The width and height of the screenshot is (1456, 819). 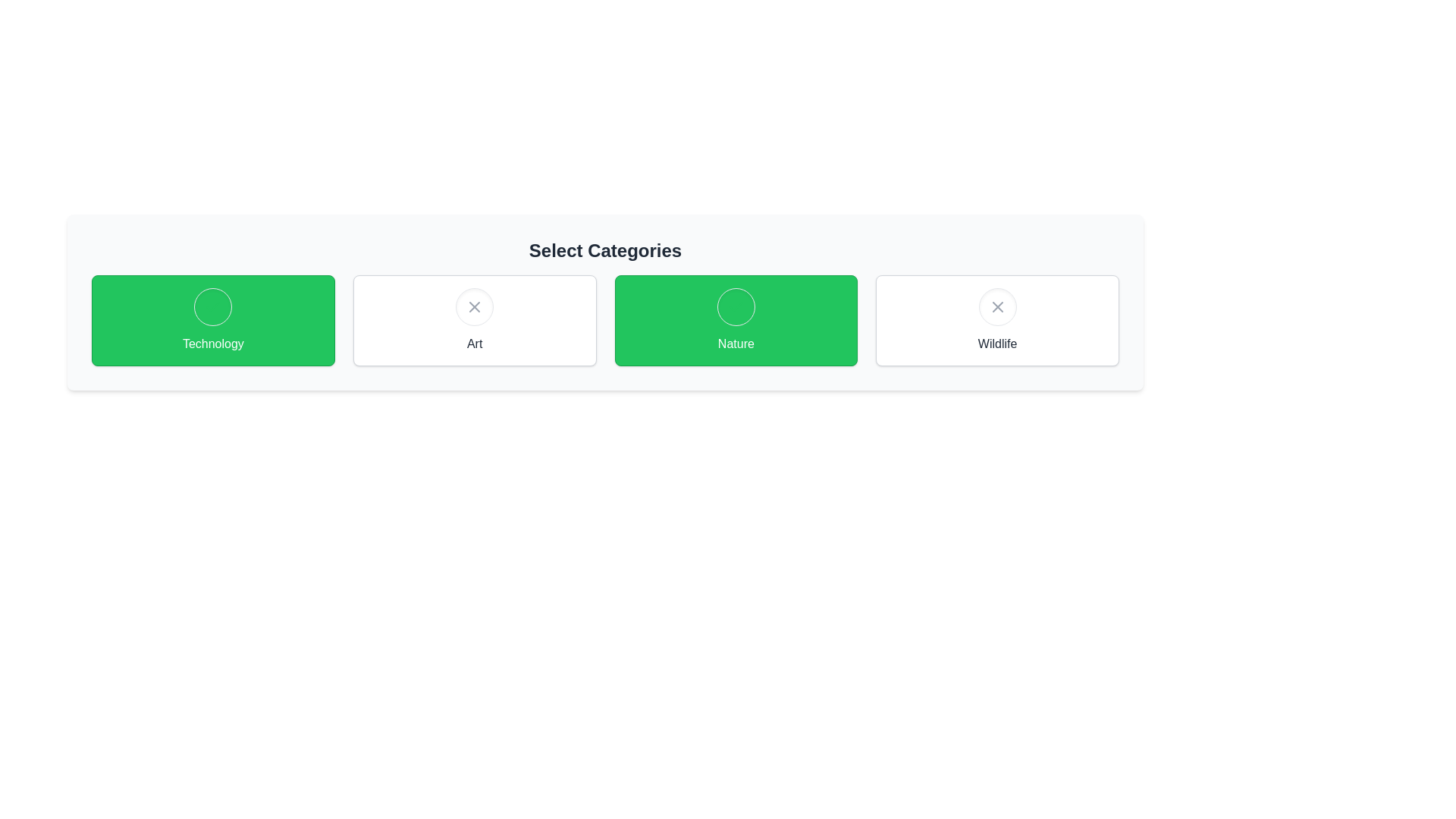 What do you see at coordinates (736, 320) in the screenshot?
I see `the category chip labeled Nature` at bounding box center [736, 320].